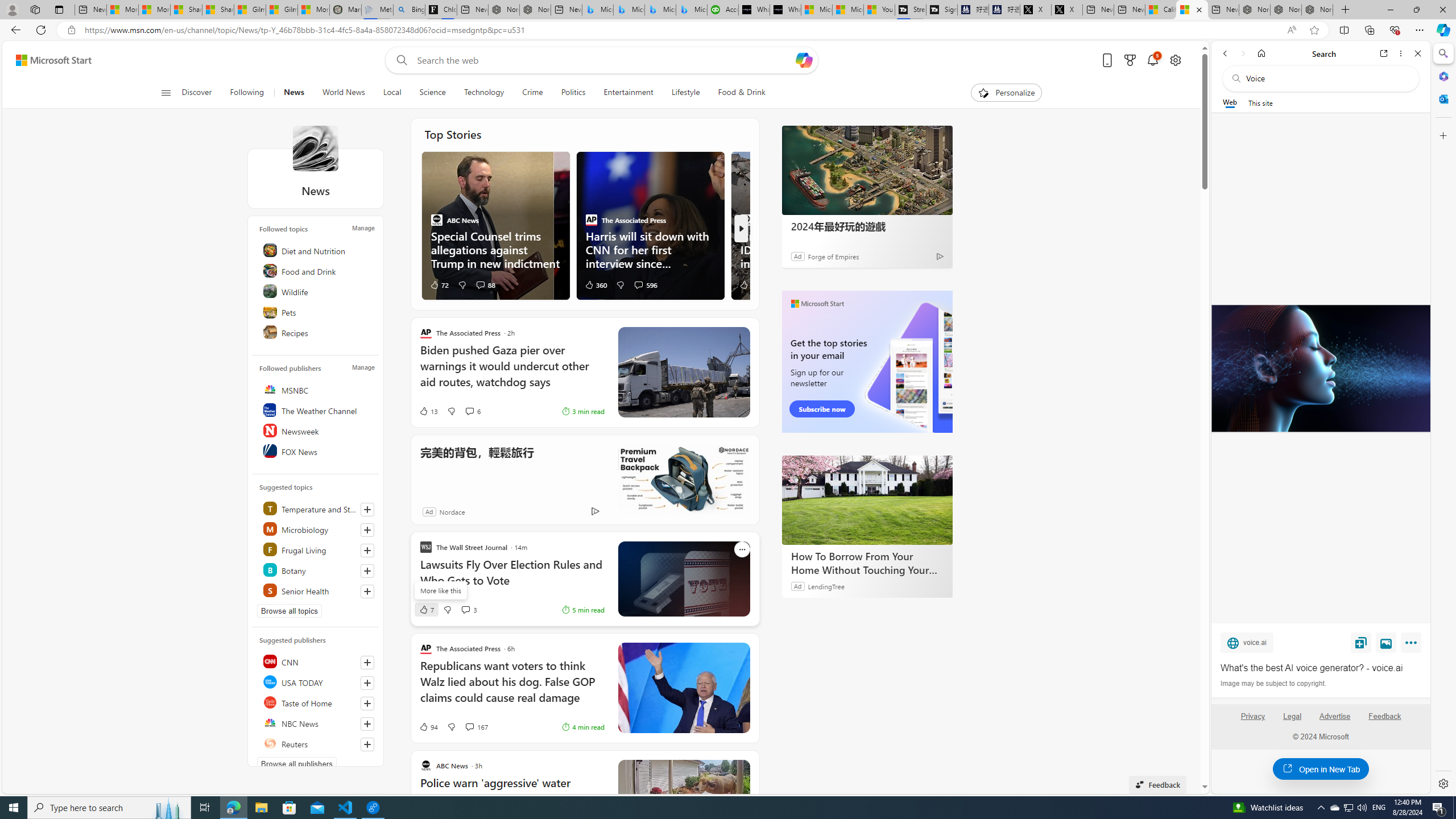  Describe the element at coordinates (1360, 642) in the screenshot. I see `'Save'` at that location.